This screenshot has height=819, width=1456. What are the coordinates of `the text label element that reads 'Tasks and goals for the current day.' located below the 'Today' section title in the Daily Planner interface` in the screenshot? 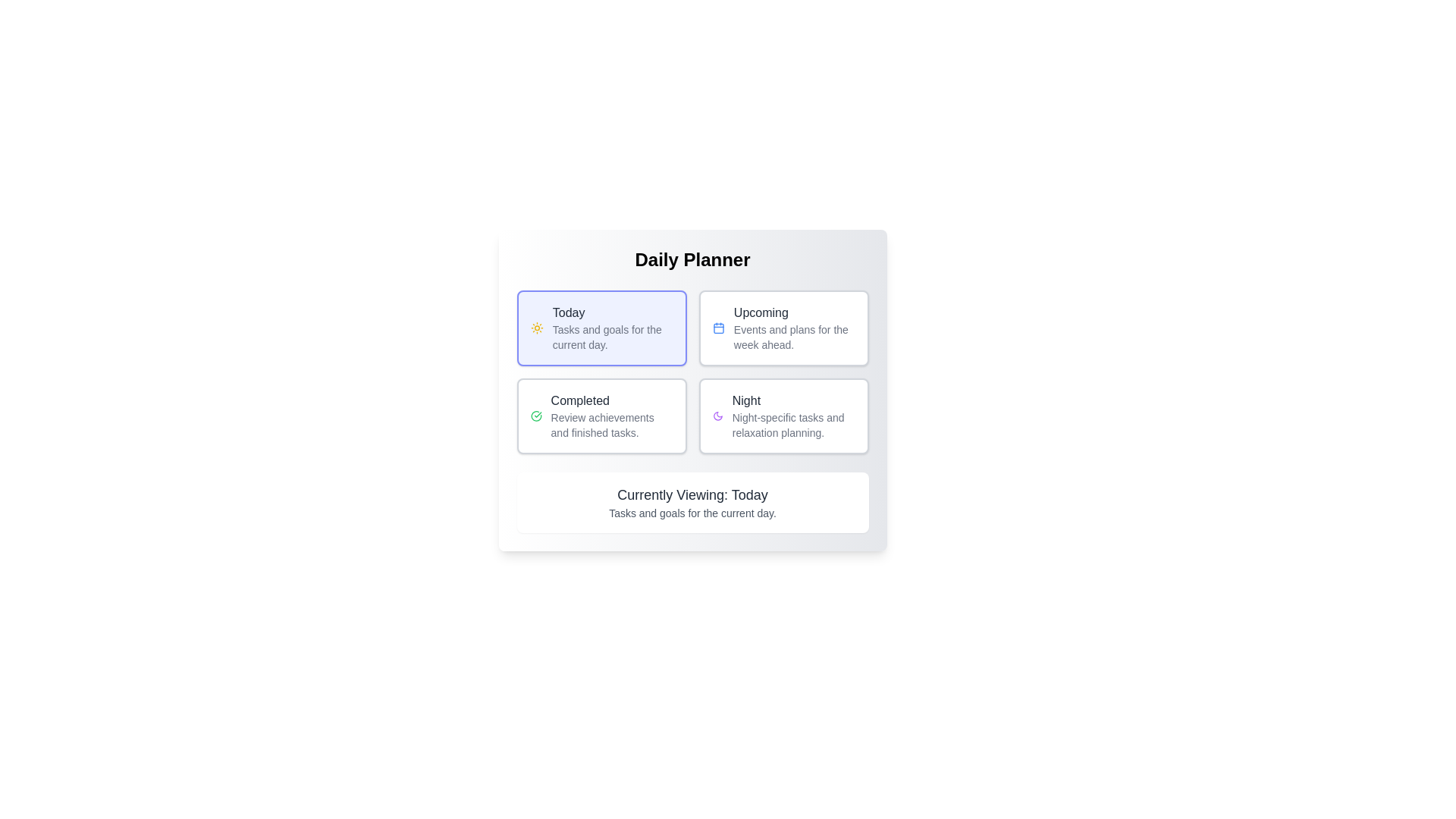 It's located at (613, 336).